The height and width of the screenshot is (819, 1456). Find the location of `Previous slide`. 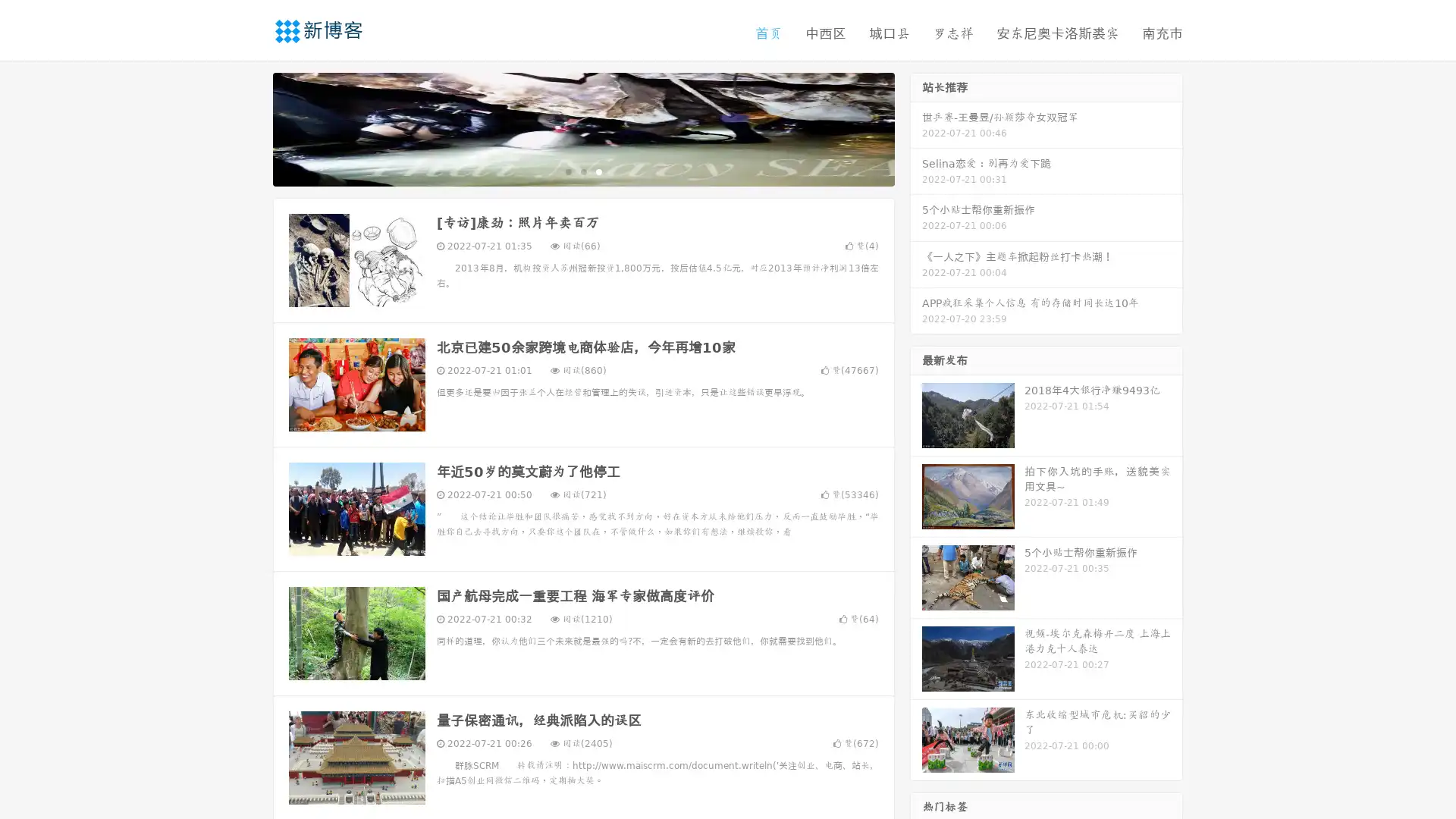

Previous slide is located at coordinates (250, 127).